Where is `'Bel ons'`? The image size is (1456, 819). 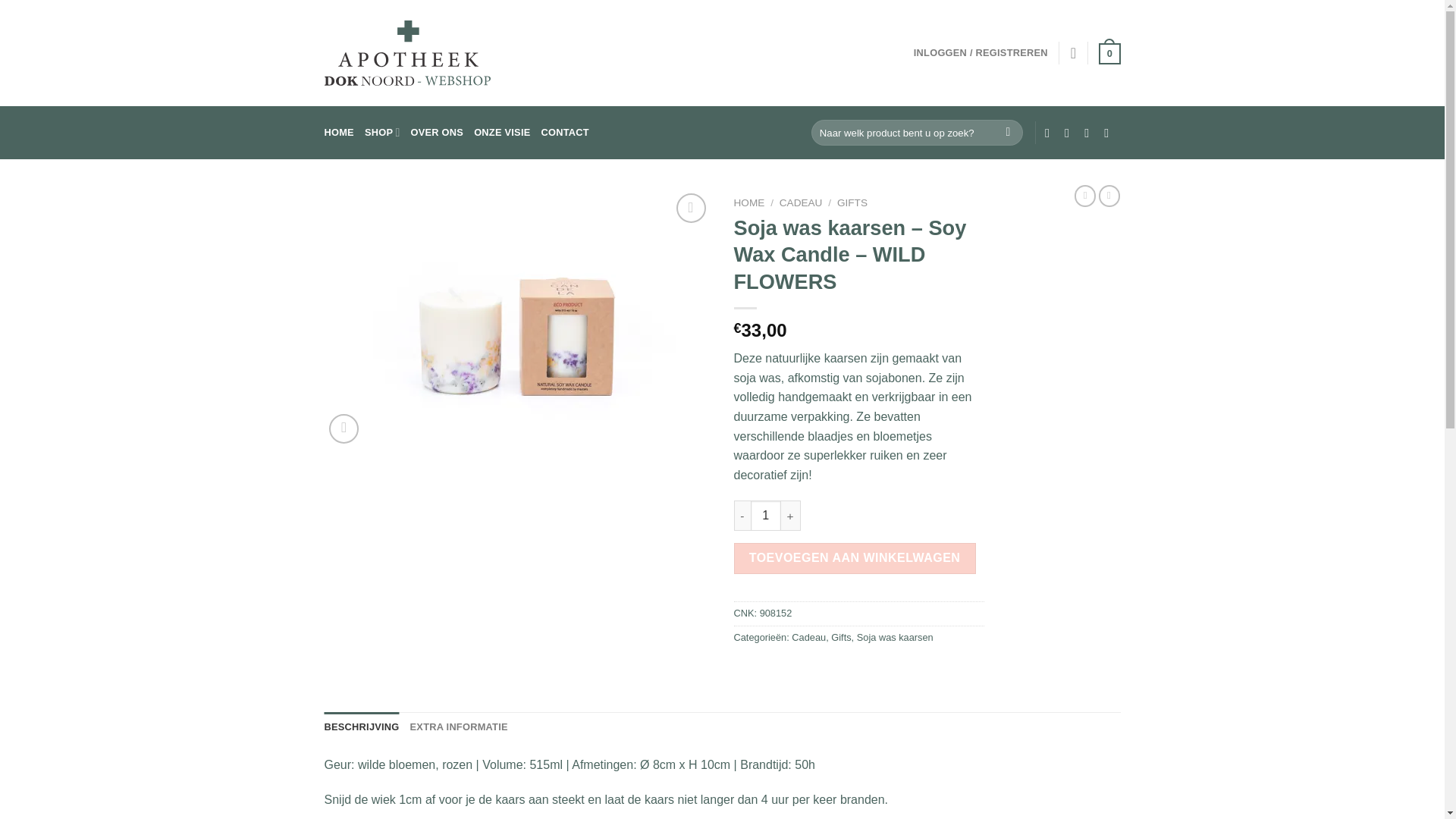
'Bel ons' is located at coordinates (1103, 131).